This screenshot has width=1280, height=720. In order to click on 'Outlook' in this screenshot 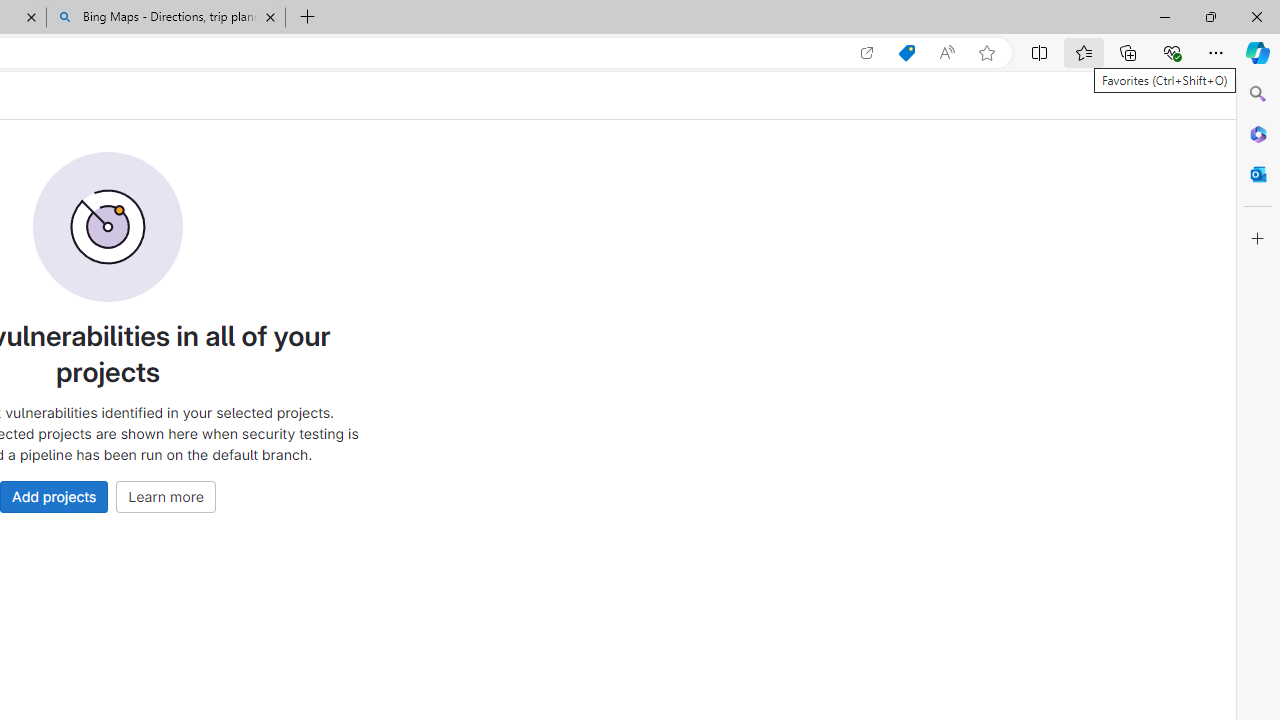, I will do `click(1257, 173)`.